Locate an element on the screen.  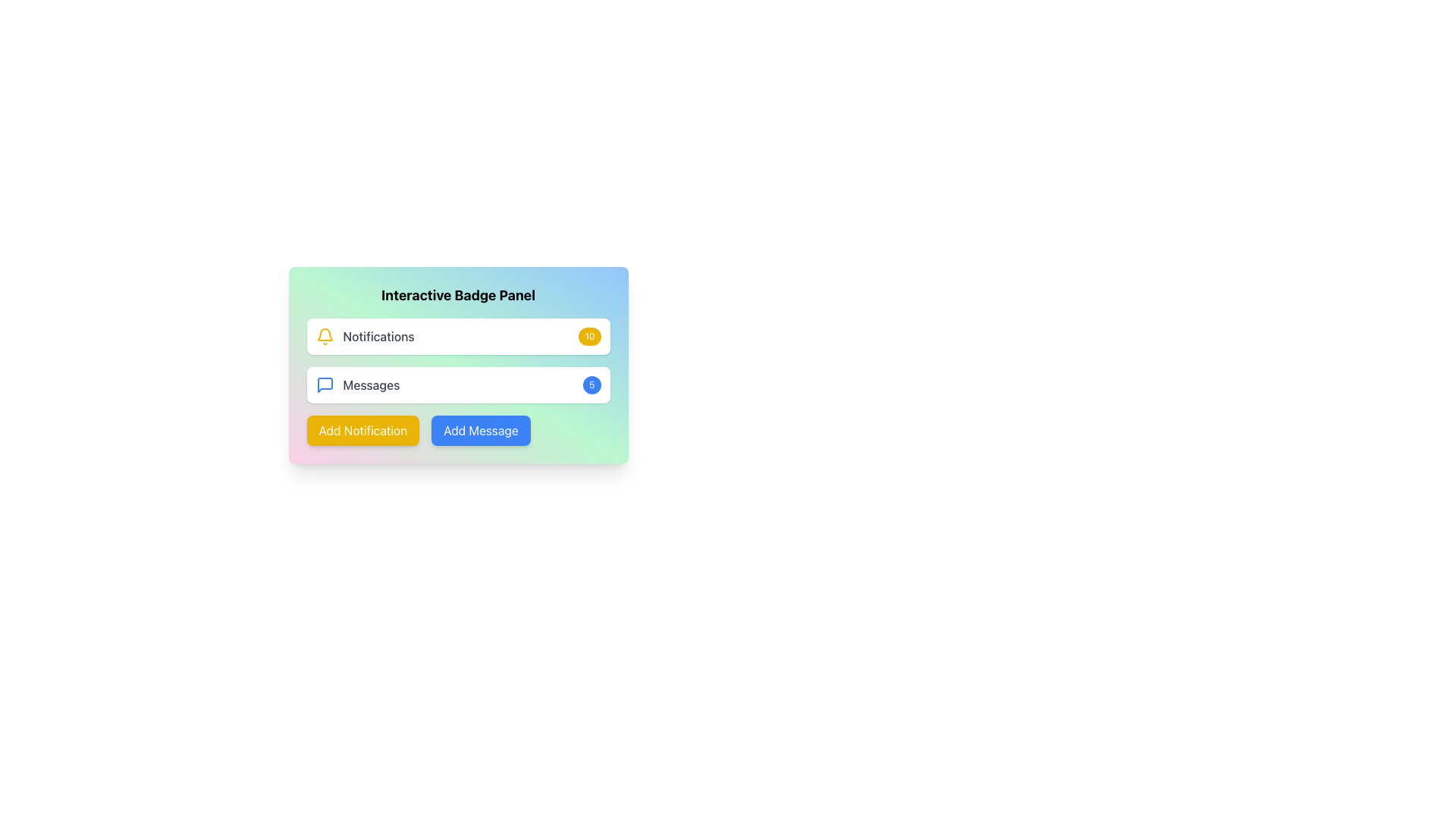
the chat bubble icon in the 'Messages' section of the 'Interactive Badge Panel', which is located to the left of the text 'Messages' and the numeric badge showing '5' is located at coordinates (324, 384).